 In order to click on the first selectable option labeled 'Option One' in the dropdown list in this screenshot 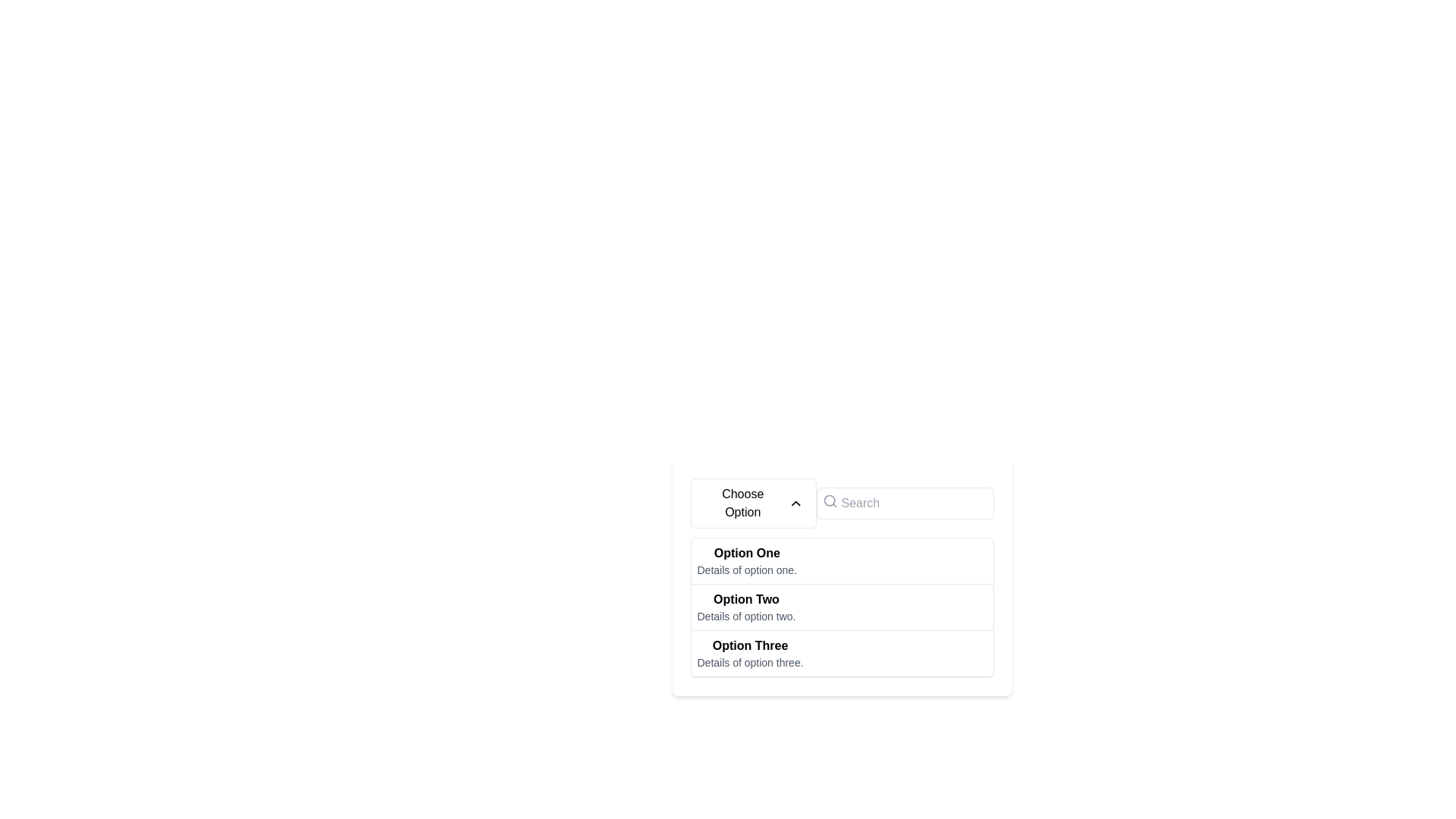, I will do `click(841, 561)`.